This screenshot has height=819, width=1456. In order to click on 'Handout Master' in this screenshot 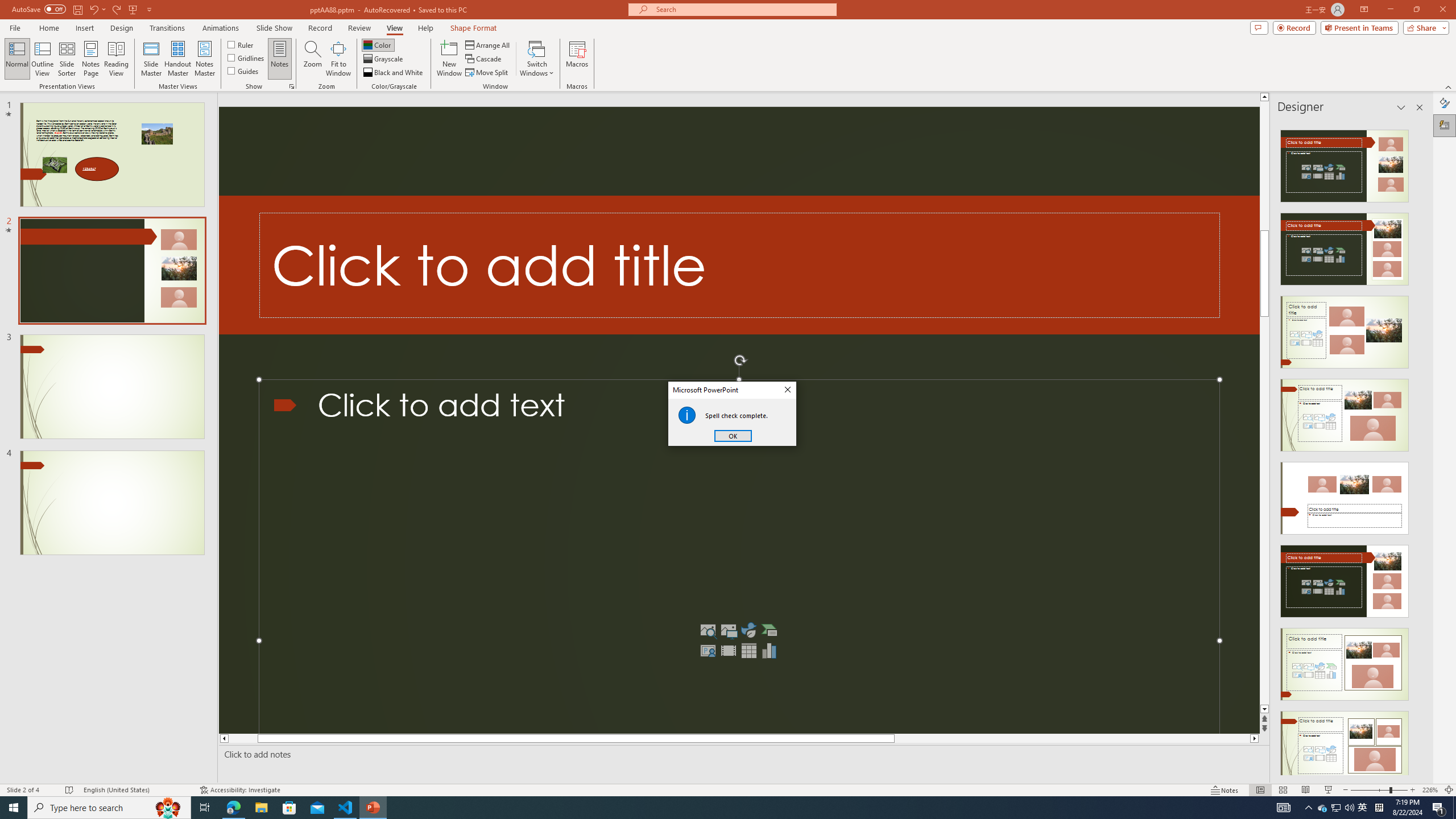, I will do `click(177, 59)`.